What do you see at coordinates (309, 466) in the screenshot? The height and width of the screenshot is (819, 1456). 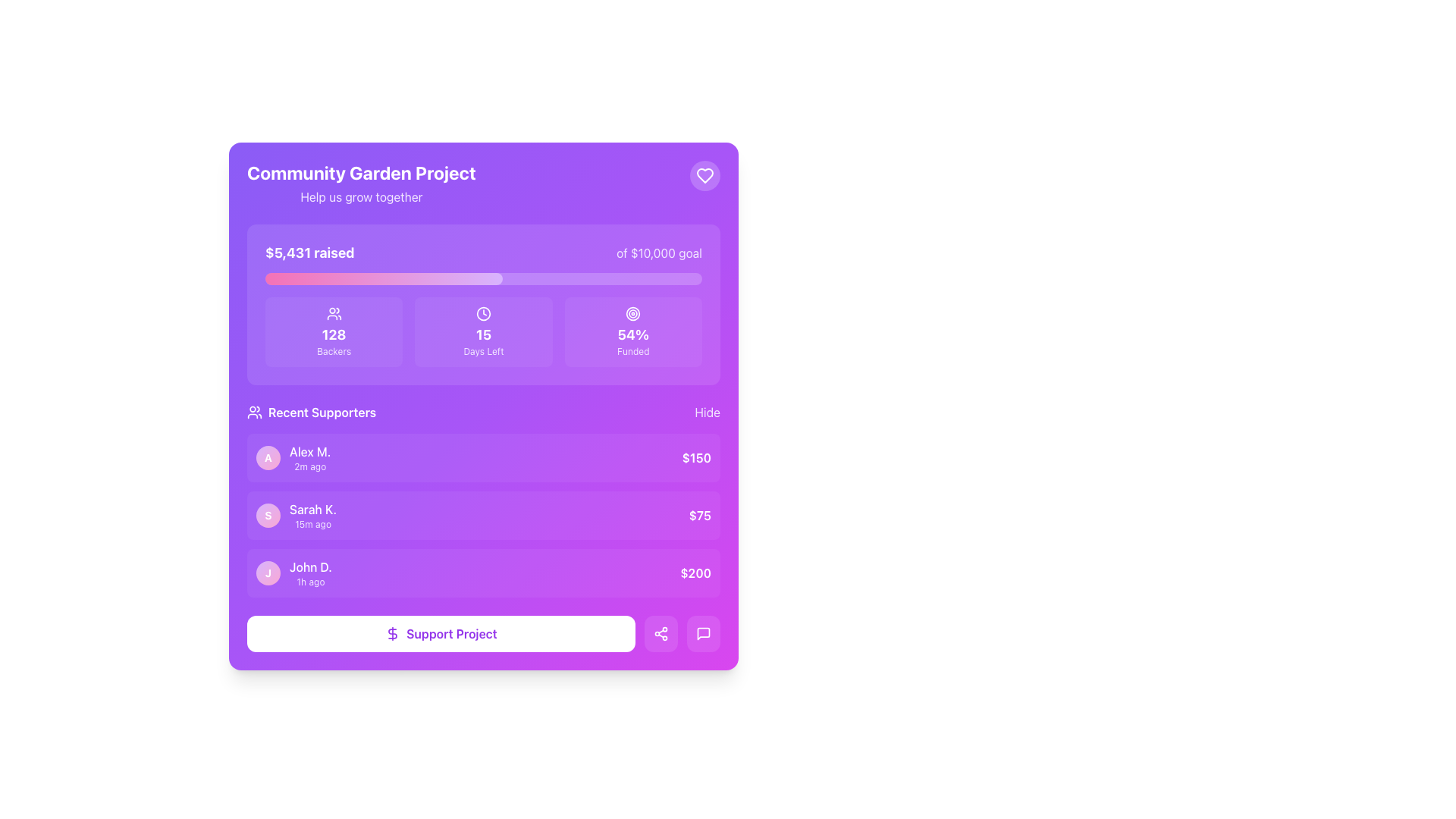 I see `text displayed in the small purple text label that shows '2m ago', located directly below the text 'Alex M.'` at bounding box center [309, 466].